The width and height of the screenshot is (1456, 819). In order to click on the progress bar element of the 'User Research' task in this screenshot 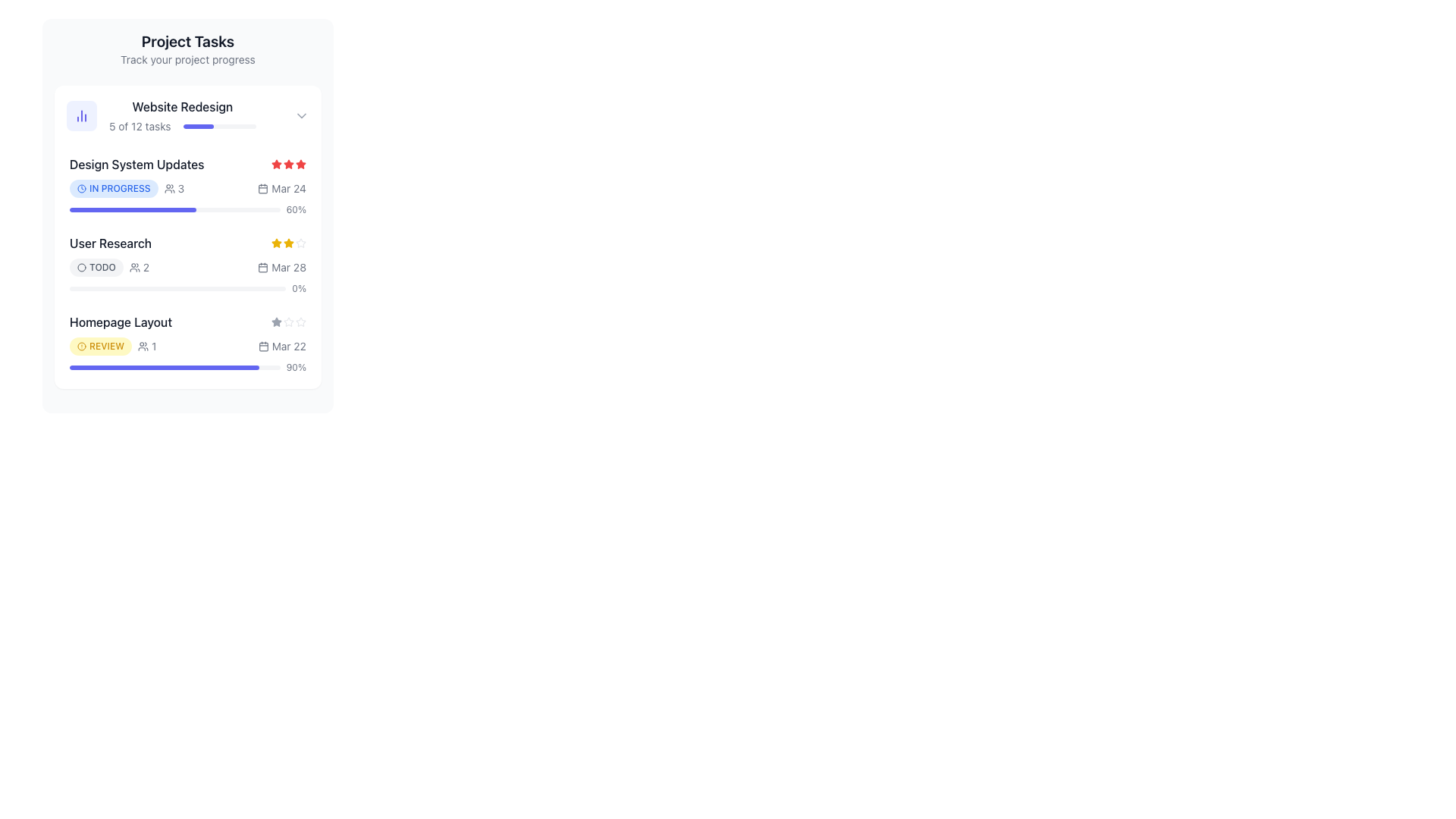, I will do `click(177, 289)`.